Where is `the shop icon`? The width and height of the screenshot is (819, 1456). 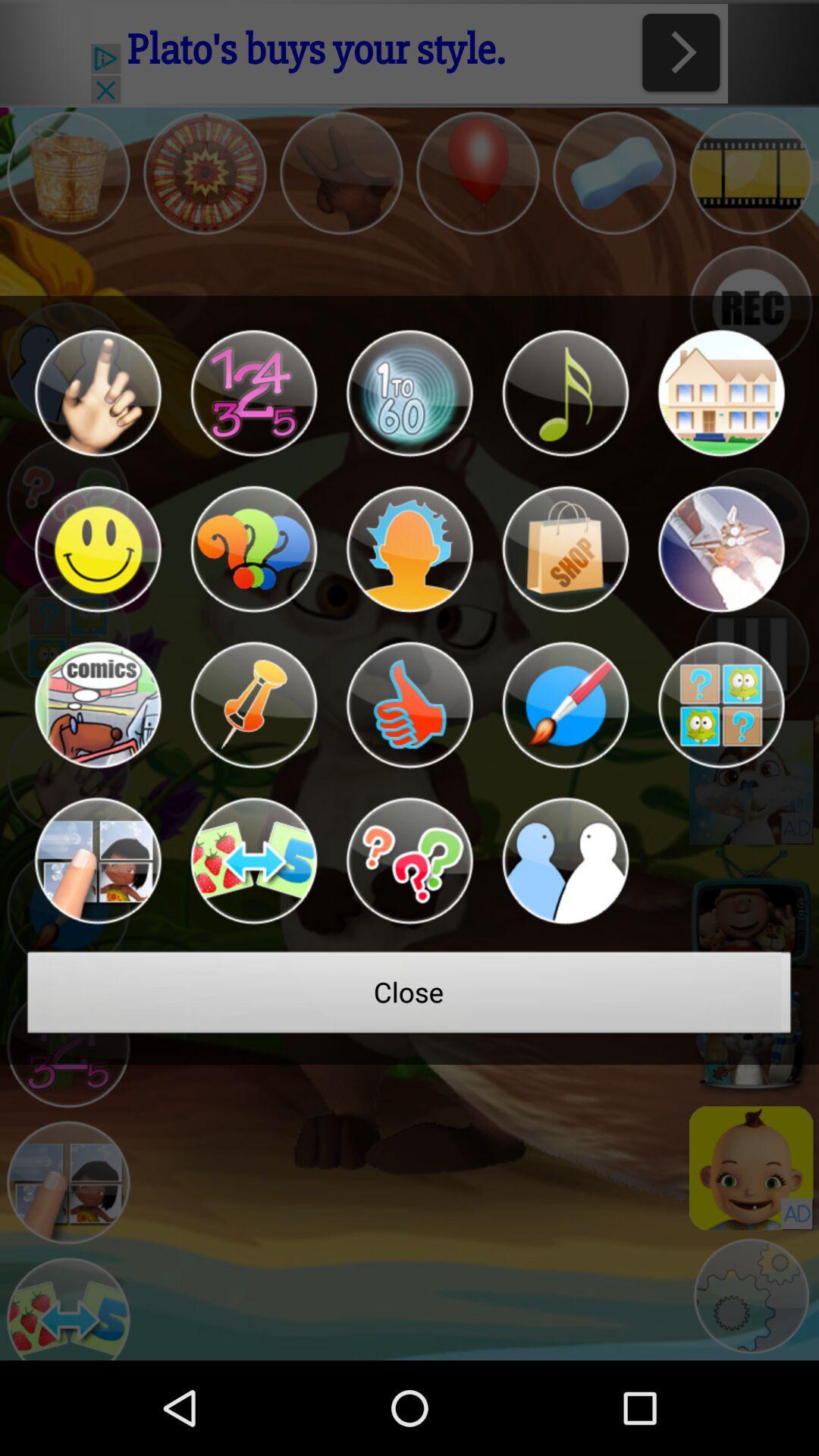 the shop icon is located at coordinates (565, 587).